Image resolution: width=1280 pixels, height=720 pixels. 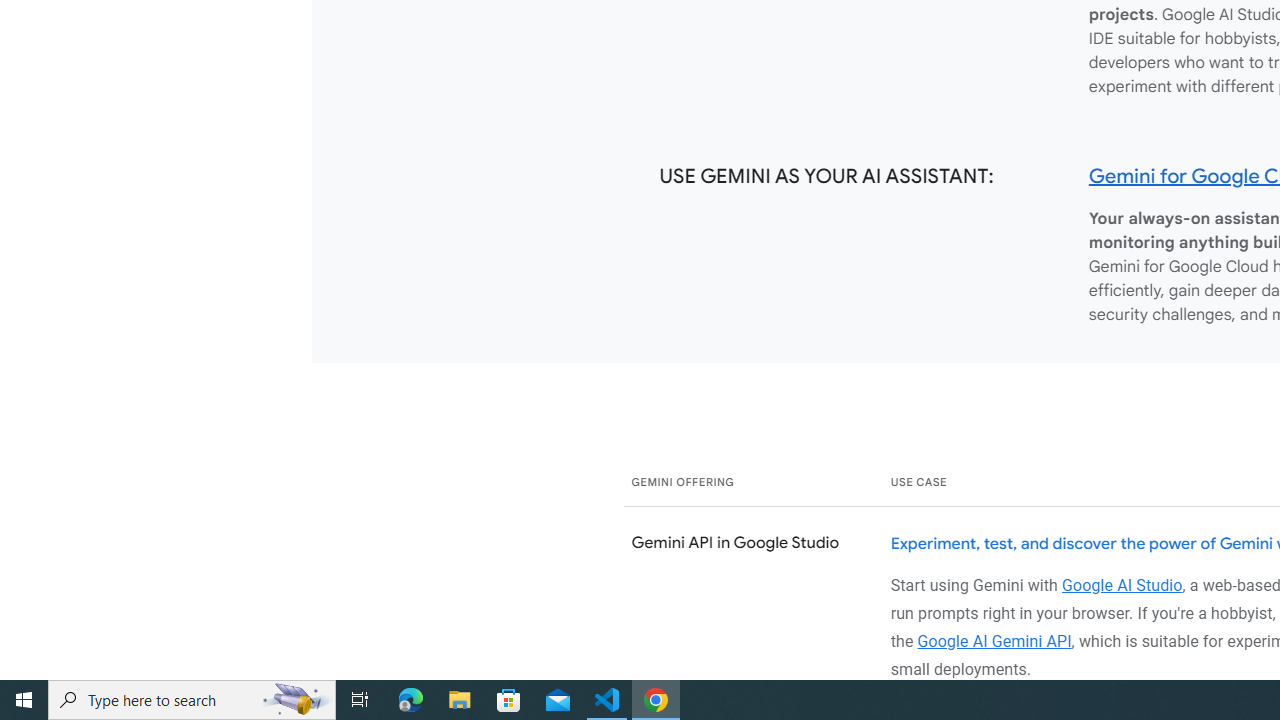 What do you see at coordinates (1122, 585) in the screenshot?
I see `'Google AI Studio'` at bounding box center [1122, 585].